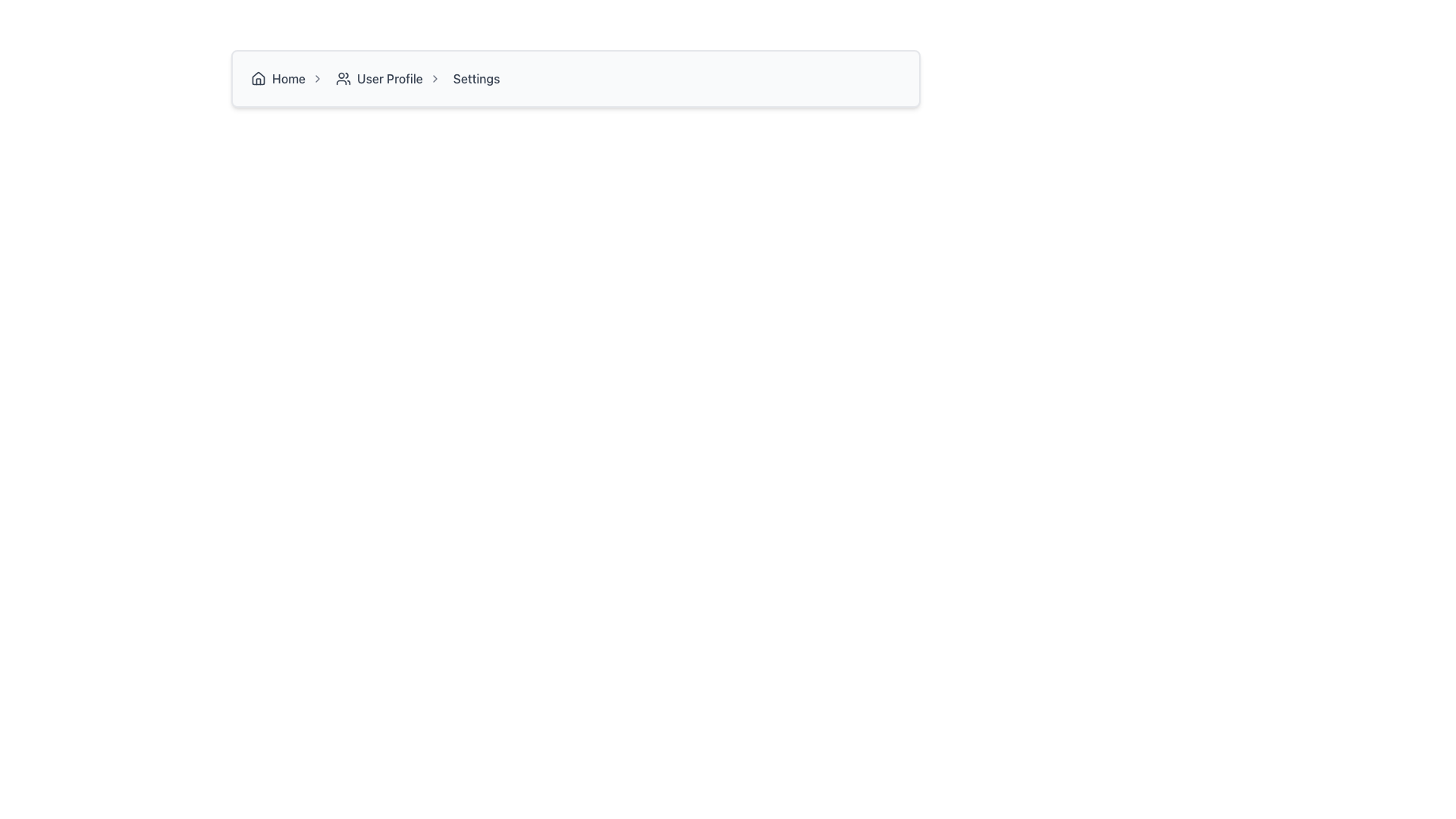  Describe the element at coordinates (390, 79) in the screenshot. I see `text label displaying 'User Profile' in the breadcrumb navigation component, which is the second link between 'Home' and 'Settings'` at that location.